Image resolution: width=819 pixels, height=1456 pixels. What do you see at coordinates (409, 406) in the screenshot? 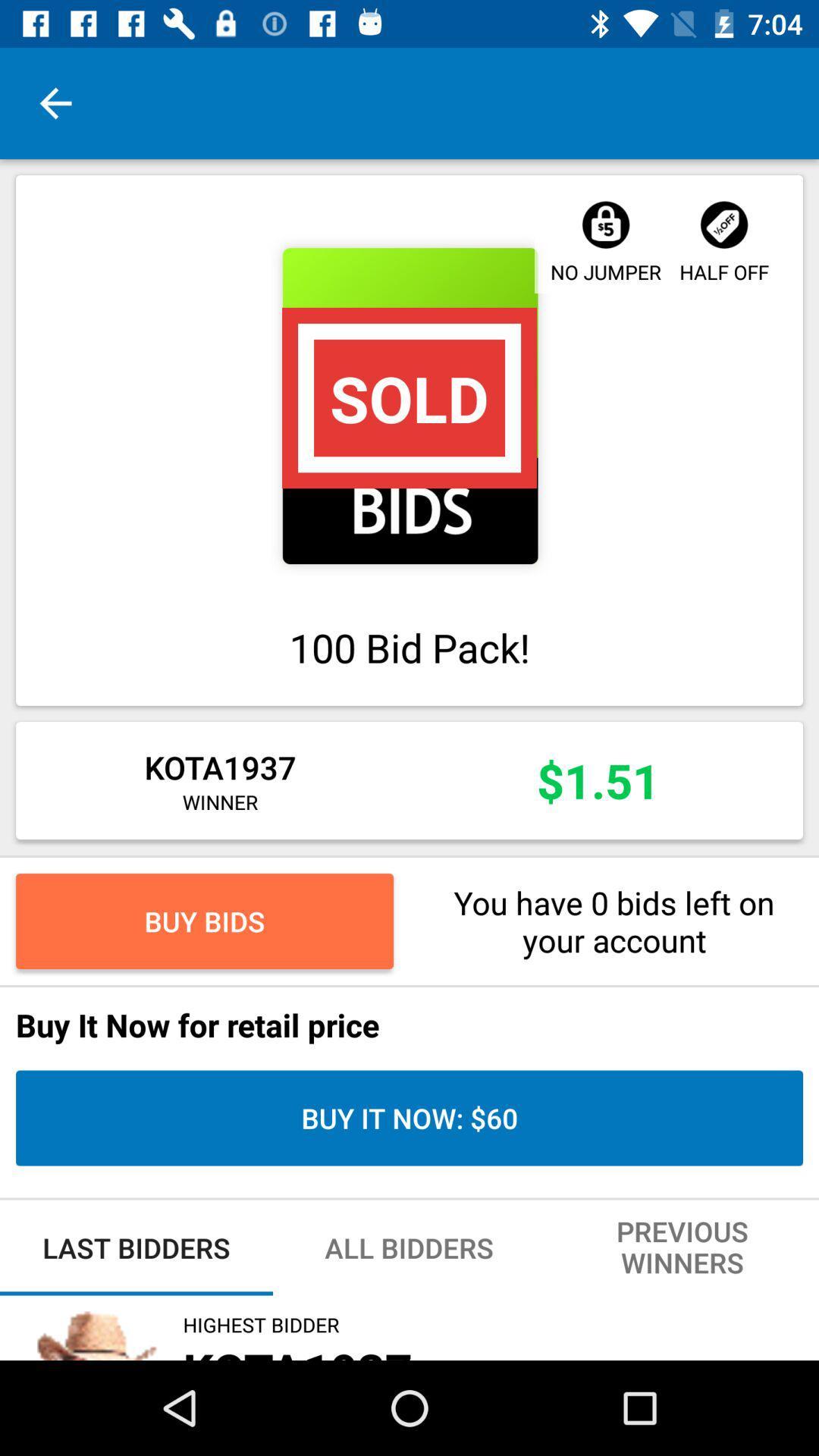
I see `image` at bounding box center [409, 406].